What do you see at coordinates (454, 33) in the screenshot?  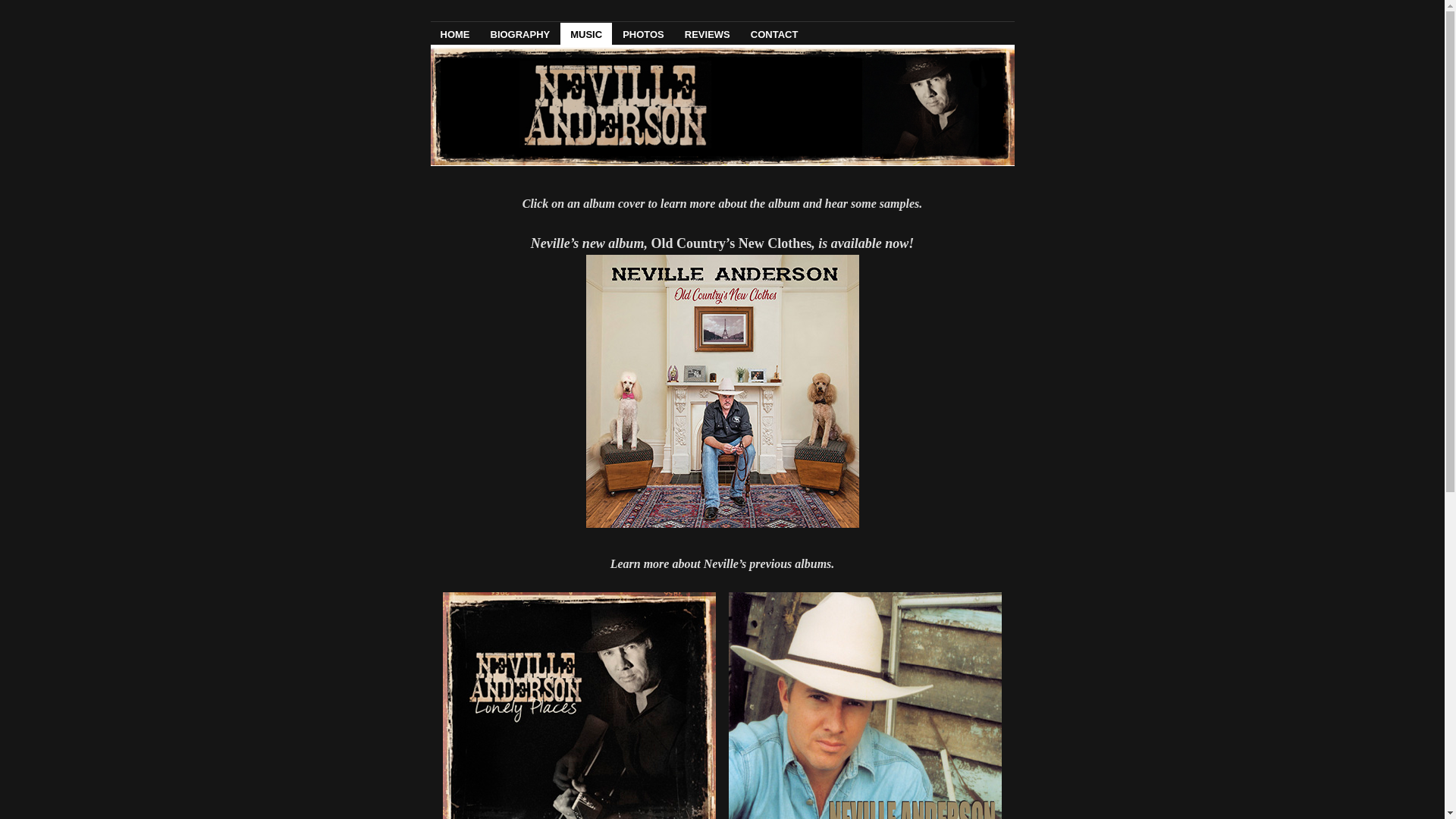 I see `'HOME'` at bounding box center [454, 33].